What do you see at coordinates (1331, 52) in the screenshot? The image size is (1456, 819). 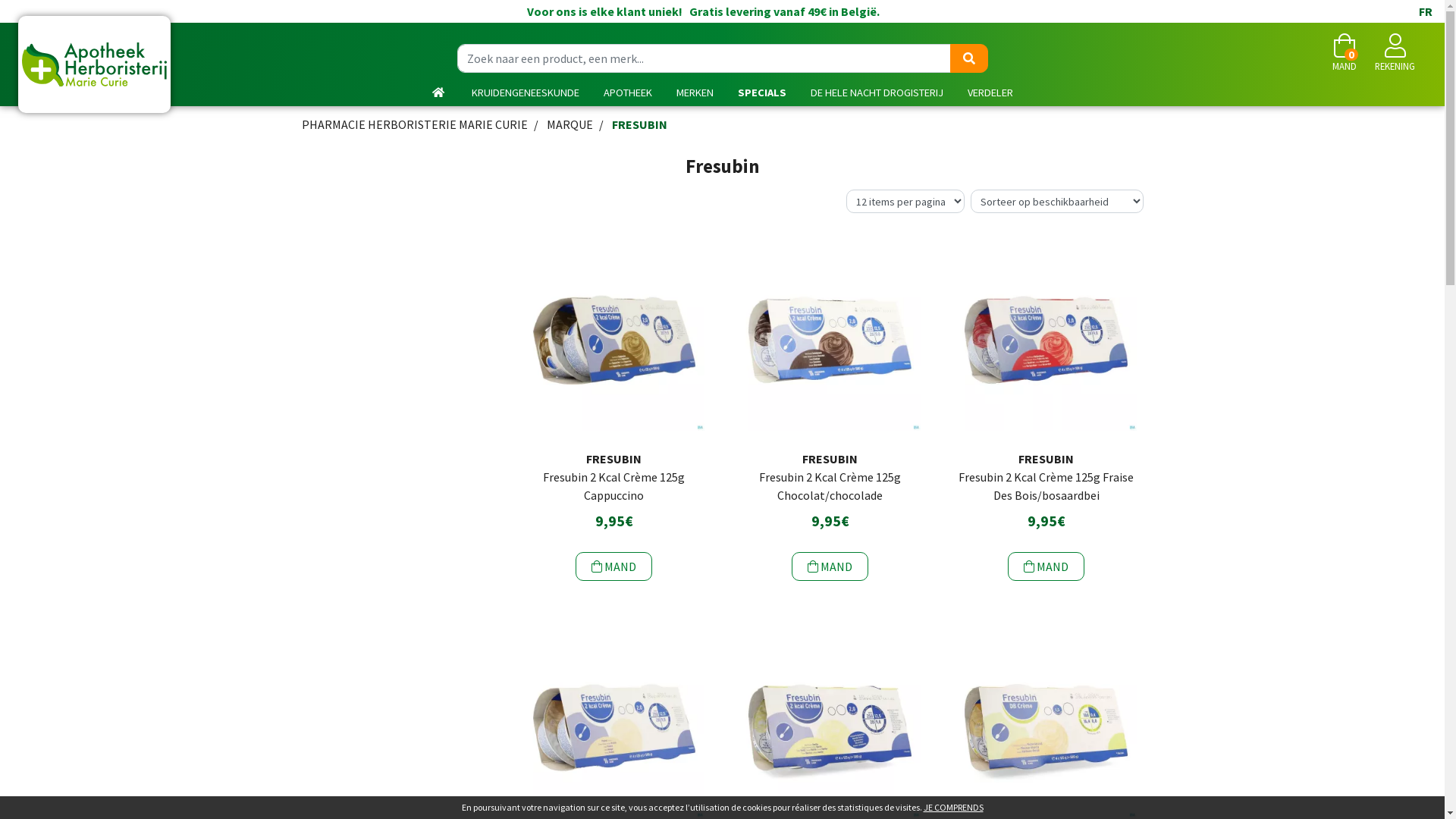 I see `'MAND` at bounding box center [1331, 52].